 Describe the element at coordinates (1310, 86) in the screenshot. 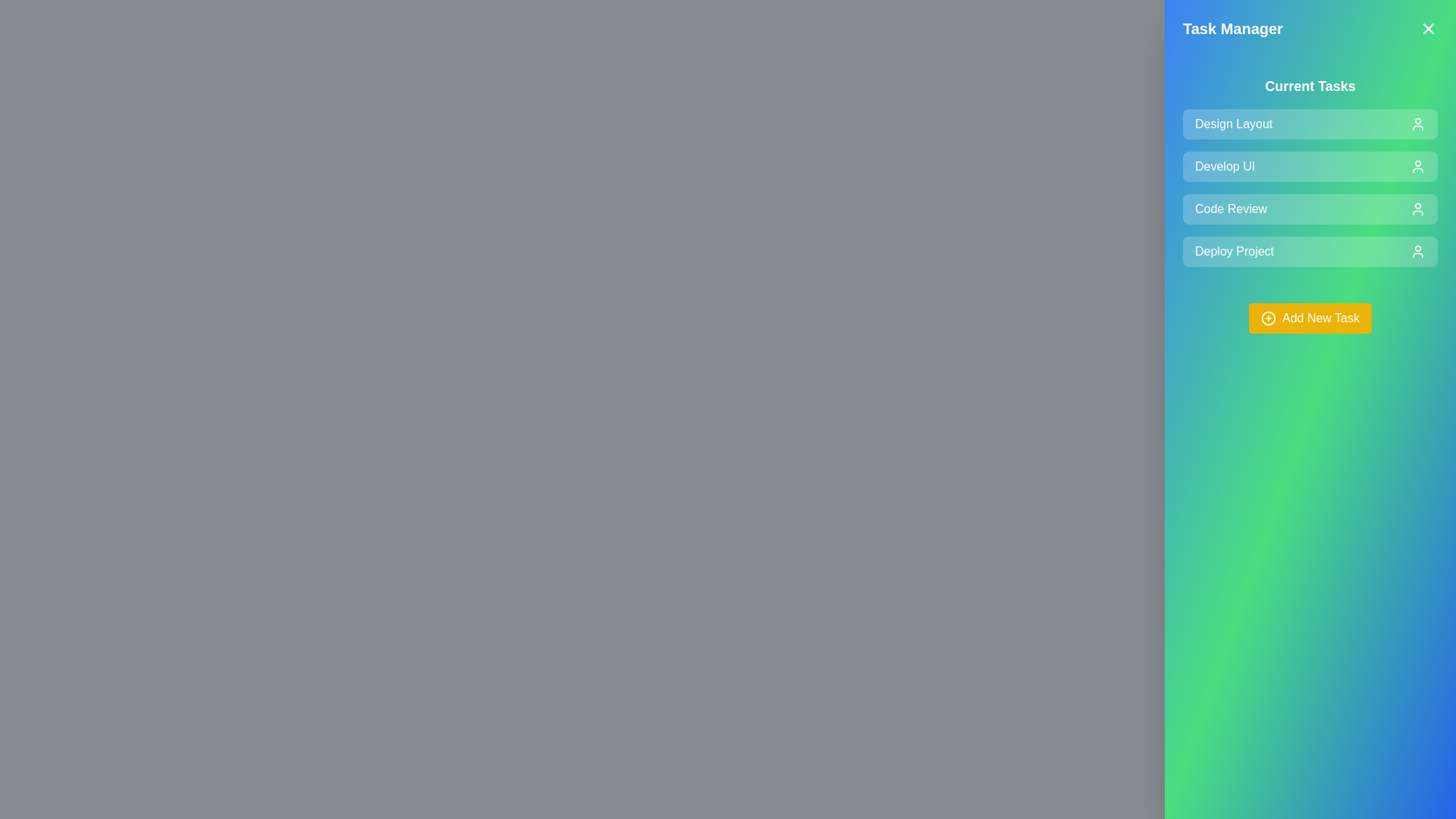

I see `the bold text label 'Current Tasks' which is styled in a large font size on a gradient green-blue background, positioned below the 'Task Manager' header` at that location.